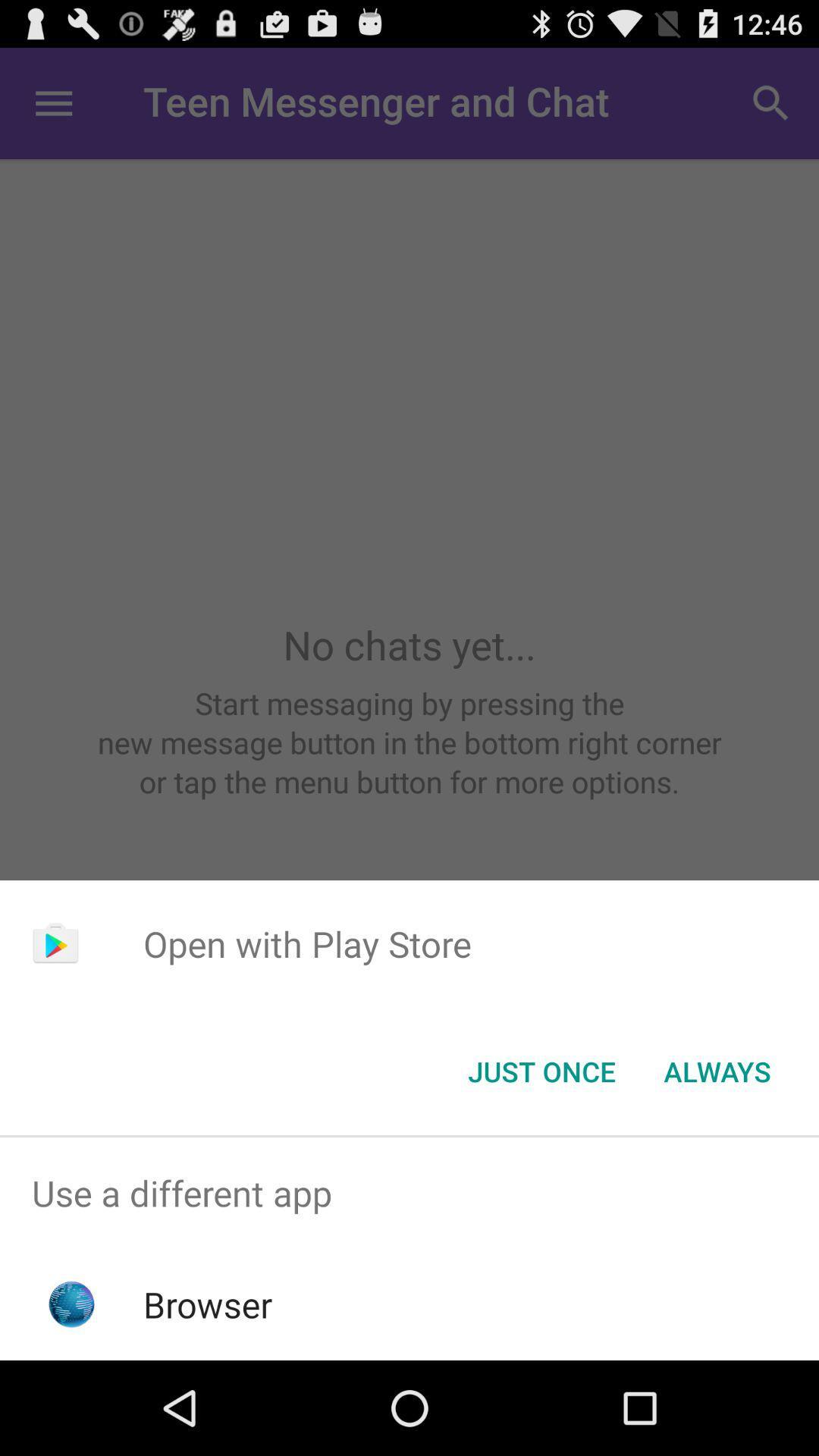 The image size is (819, 1456). What do you see at coordinates (208, 1304) in the screenshot?
I see `the browser item` at bounding box center [208, 1304].